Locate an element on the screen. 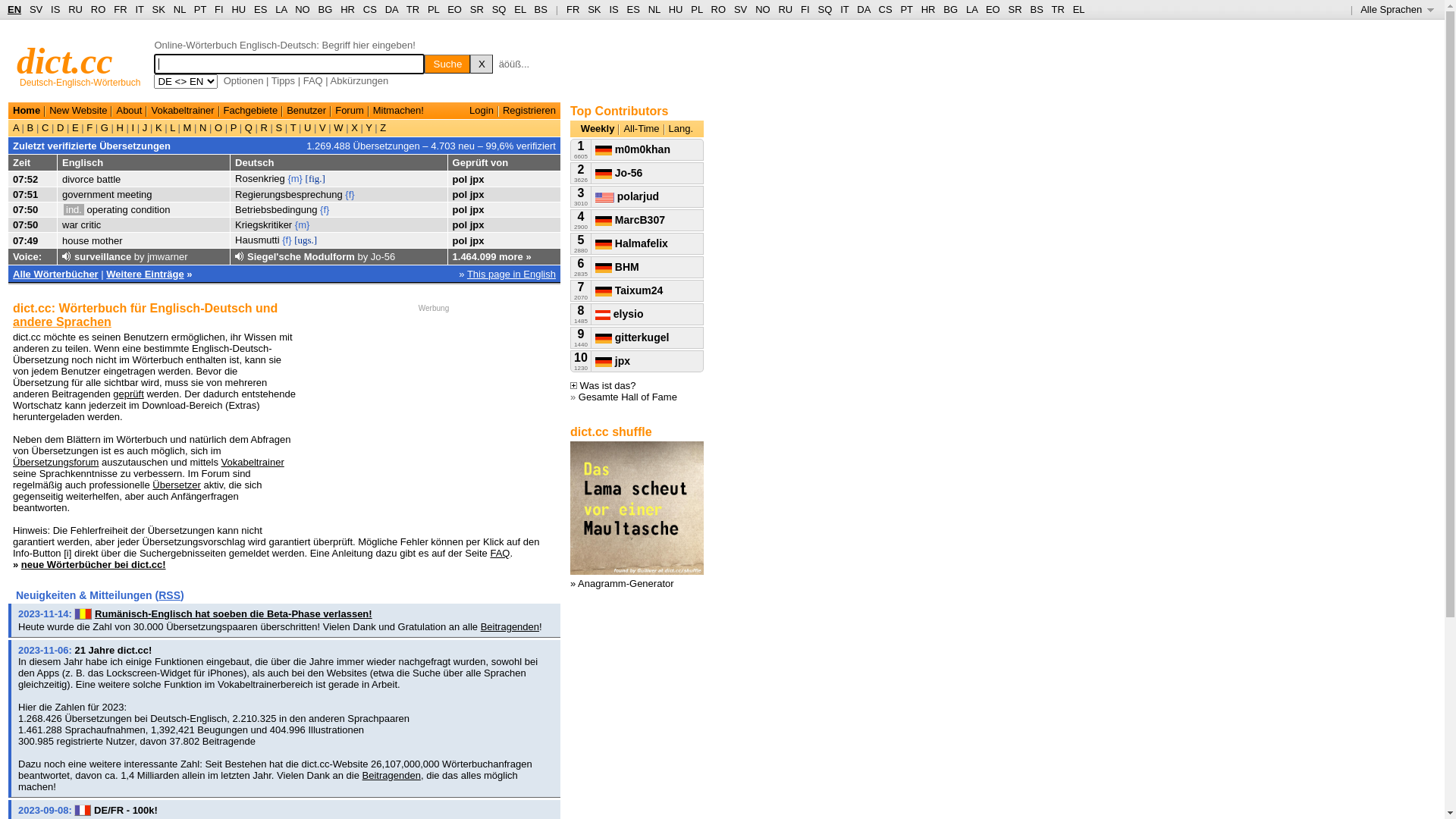 Image resolution: width=1456 pixels, height=819 pixels. 'divorce battle' is located at coordinates (90, 177).